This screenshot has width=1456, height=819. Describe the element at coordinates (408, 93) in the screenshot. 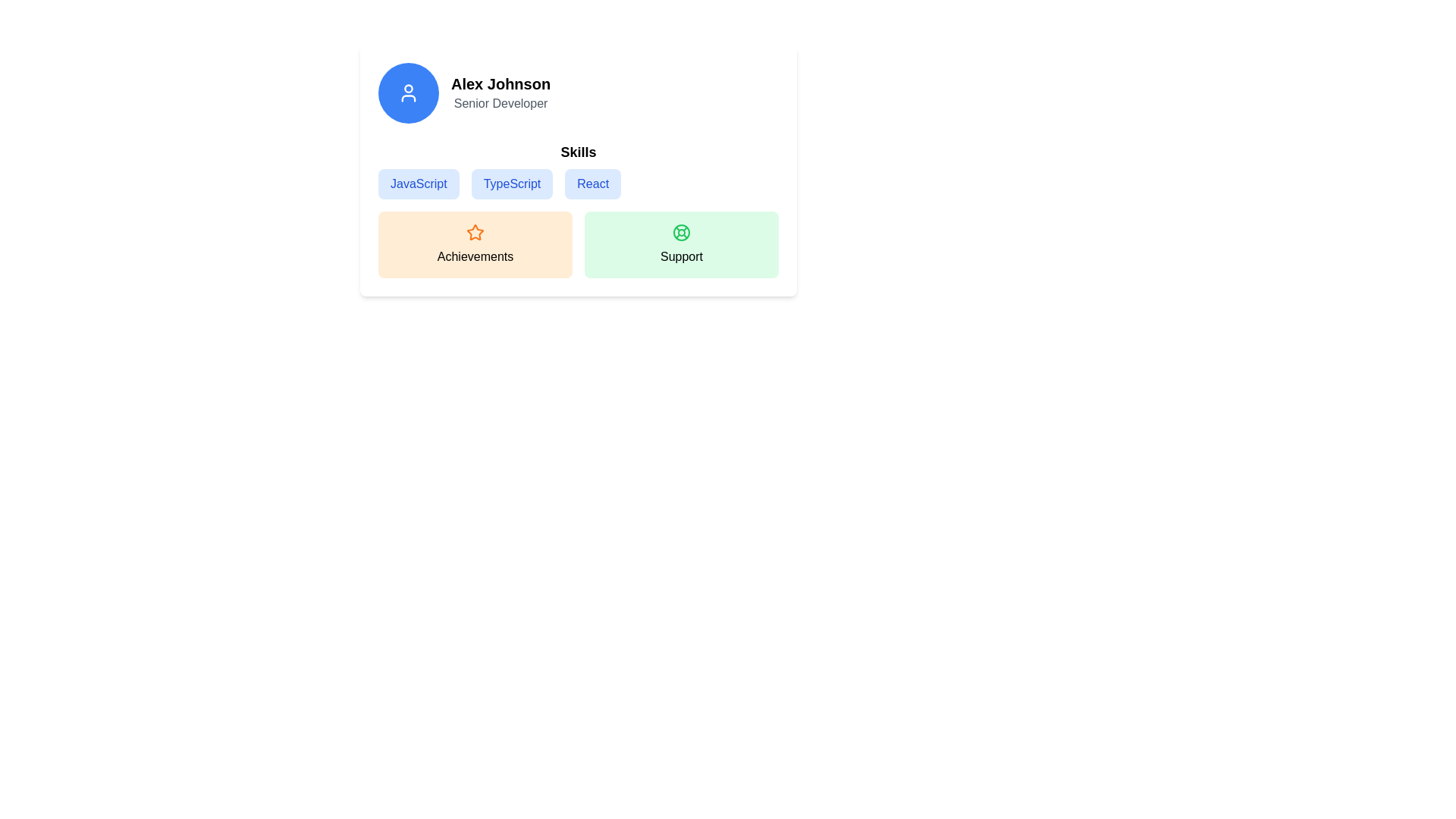

I see `the blue circular avatar or profile icon located in the top-left corner, adjacent to the text 'Alex Johnson Senior Developer'` at that location.